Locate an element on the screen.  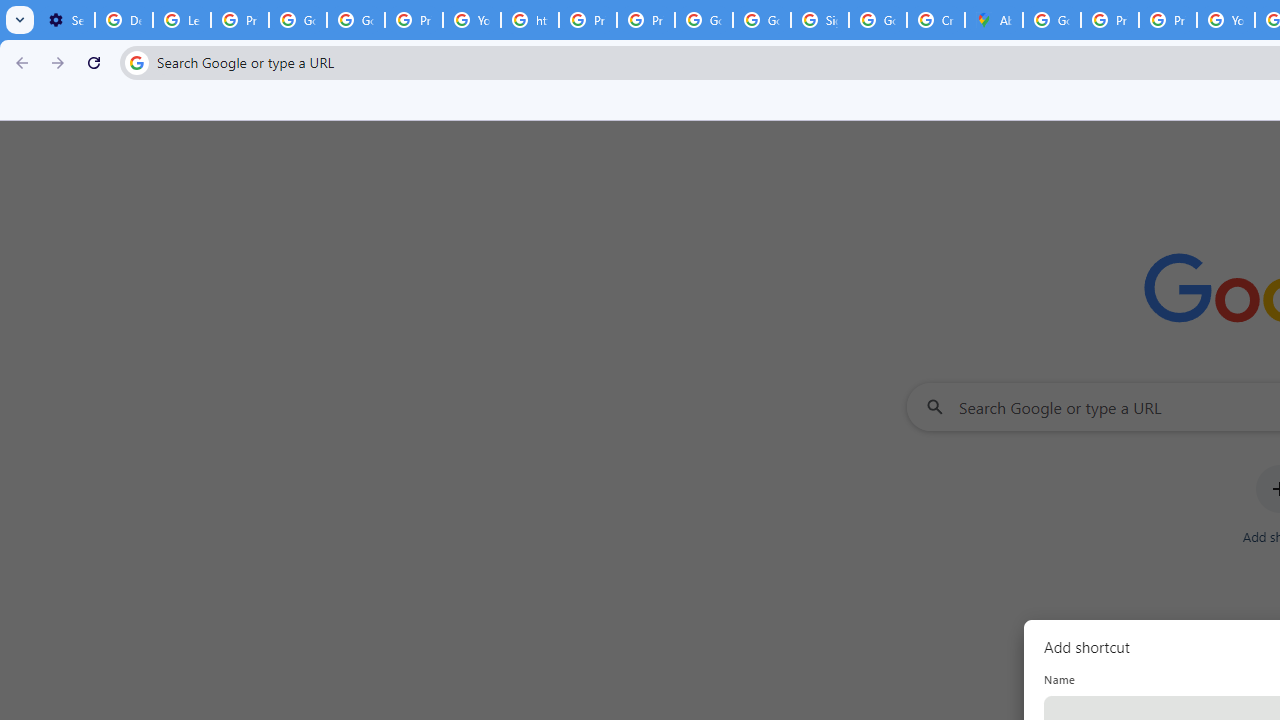
'Sign in - Google Accounts' is located at coordinates (819, 20).